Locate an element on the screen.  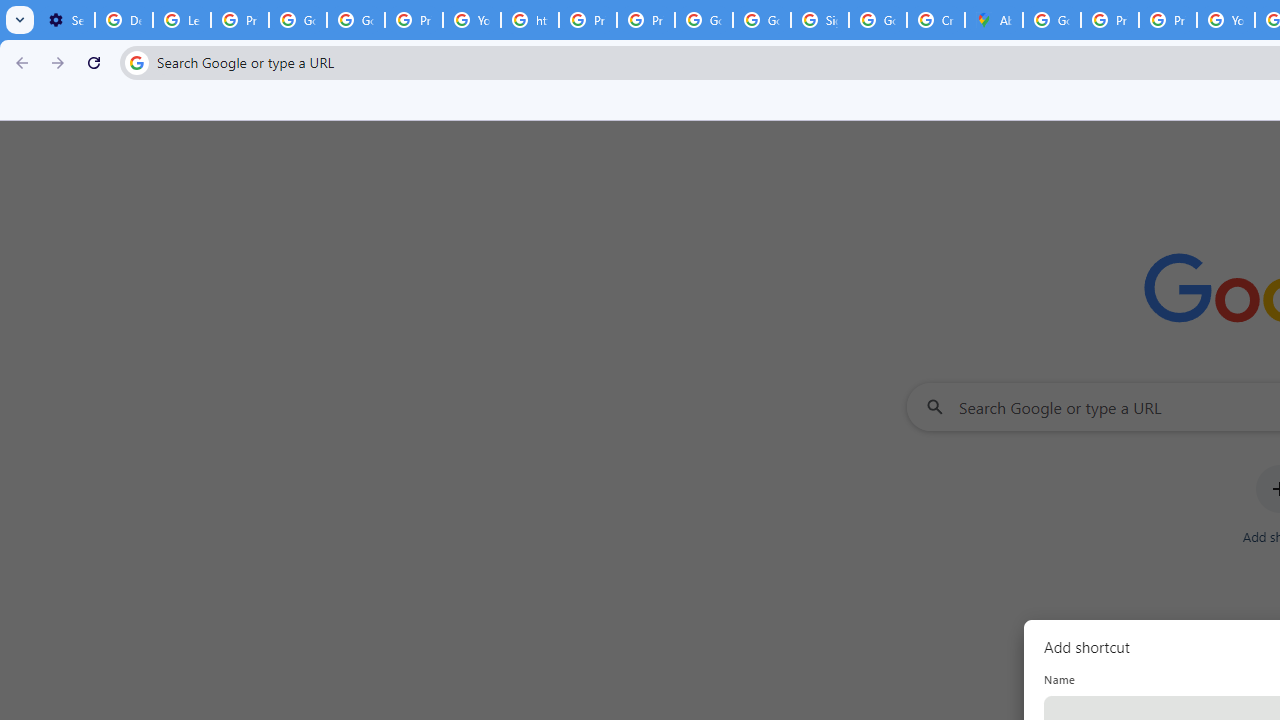
'Sign in - Google Accounts' is located at coordinates (819, 20).